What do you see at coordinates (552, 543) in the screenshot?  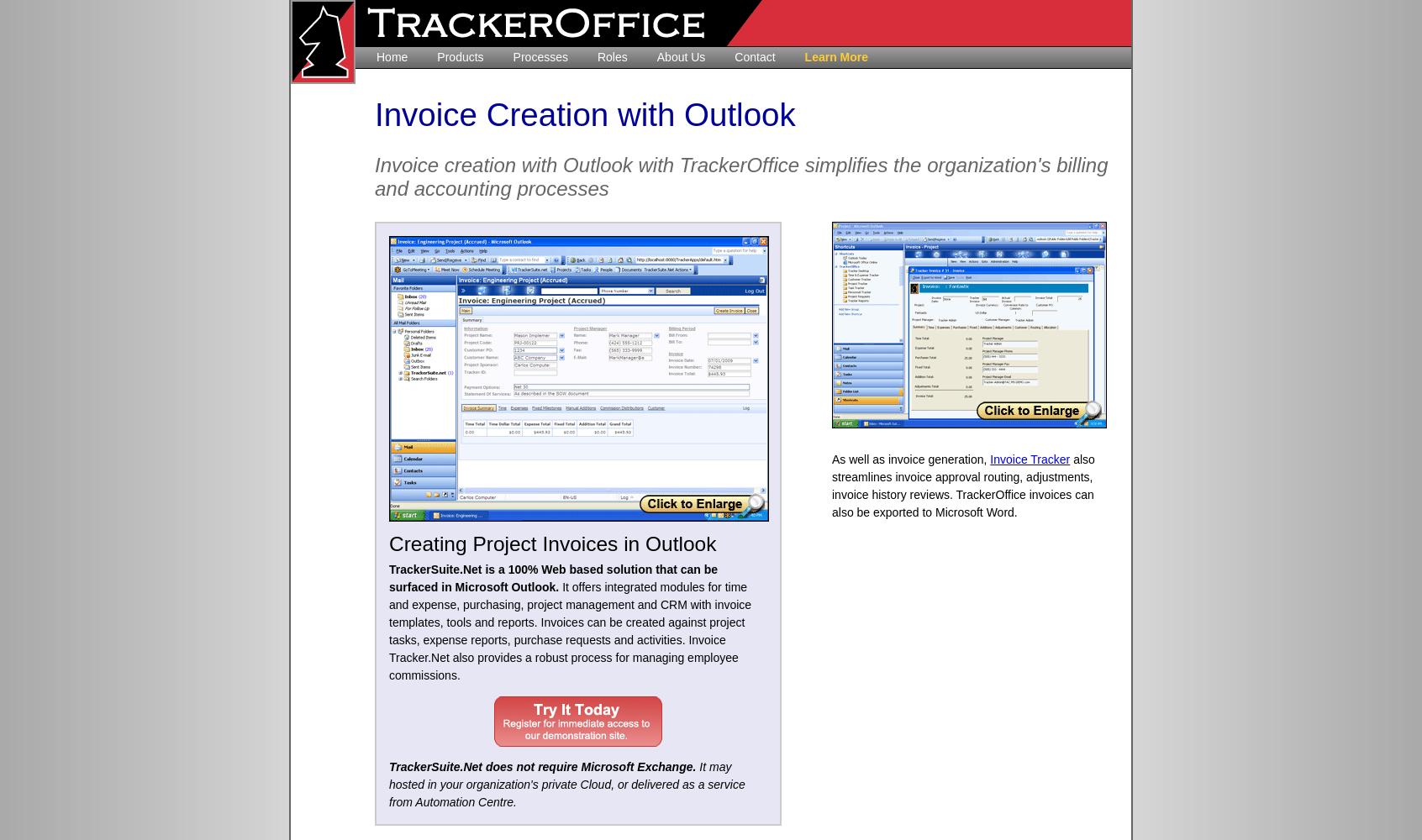 I see `'Creating Project Invoices in Outlook'` at bounding box center [552, 543].